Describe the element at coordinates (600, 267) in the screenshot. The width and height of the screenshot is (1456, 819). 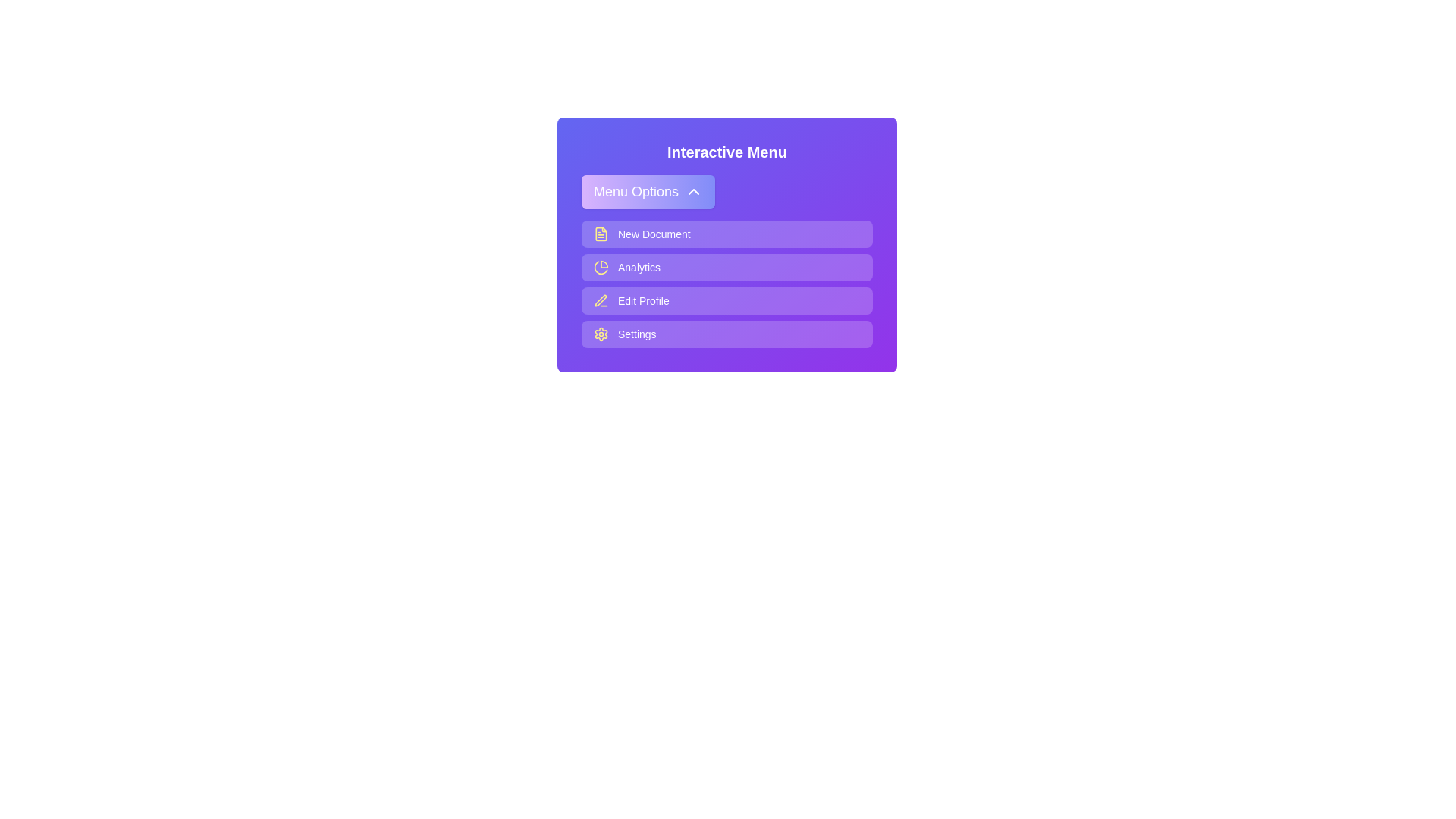
I see `the pie chart icon in the vertical menu labeled 'Analytics', which is highlighted in yellow and features a modern design` at that location.